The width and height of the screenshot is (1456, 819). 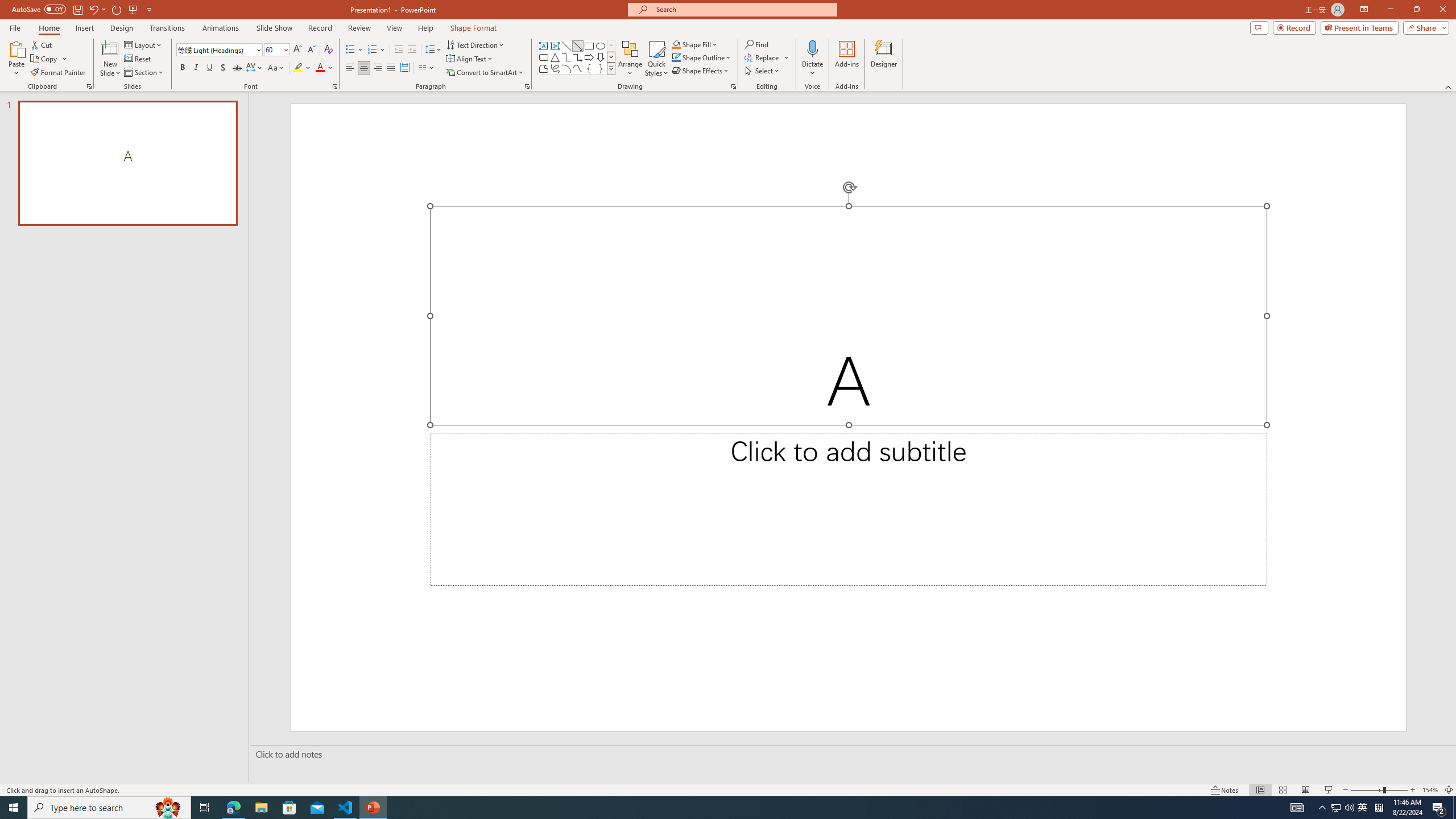 What do you see at coordinates (1430, 790) in the screenshot?
I see `'Zoom 154%'` at bounding box center [1430, 790].